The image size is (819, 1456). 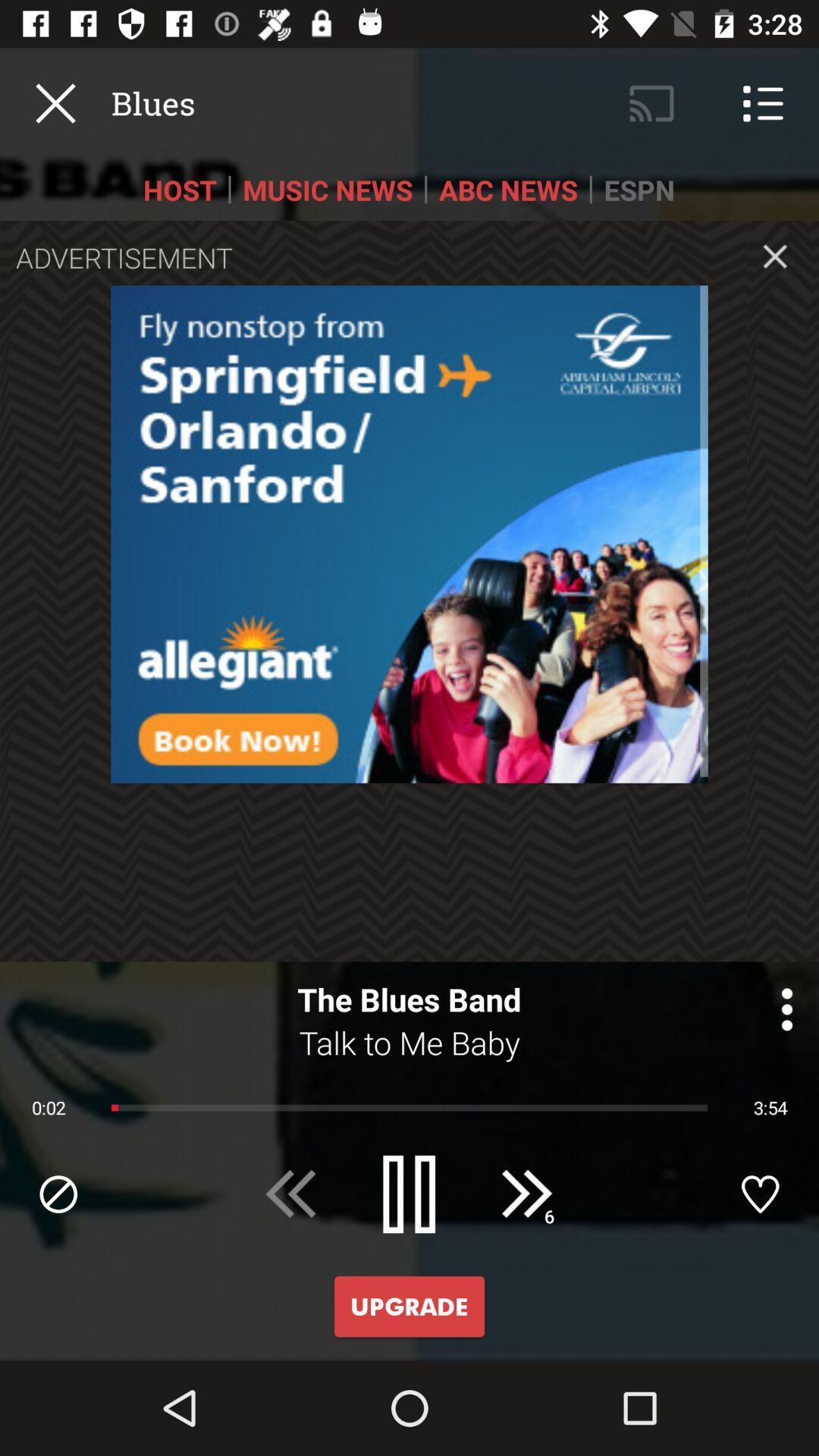 What do you see at coordinates (775, 264) in the screenshot?
I see `the close icon` at bounding box center [775, 264].